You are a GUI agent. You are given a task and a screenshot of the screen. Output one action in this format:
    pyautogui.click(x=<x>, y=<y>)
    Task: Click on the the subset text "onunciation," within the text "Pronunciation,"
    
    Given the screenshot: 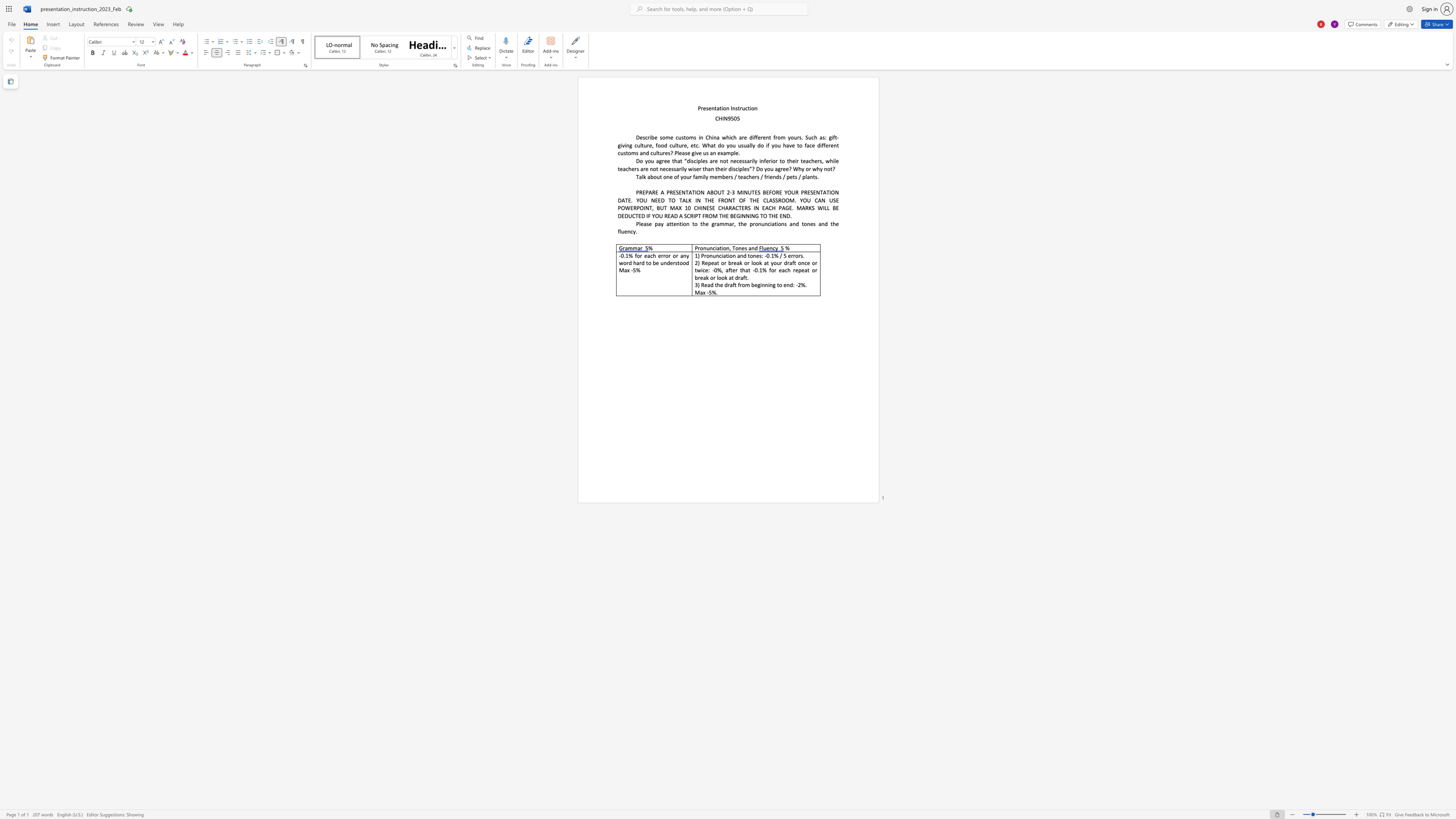 What is the action you would take?
    pyautogui.click(x=699, y=248)
    